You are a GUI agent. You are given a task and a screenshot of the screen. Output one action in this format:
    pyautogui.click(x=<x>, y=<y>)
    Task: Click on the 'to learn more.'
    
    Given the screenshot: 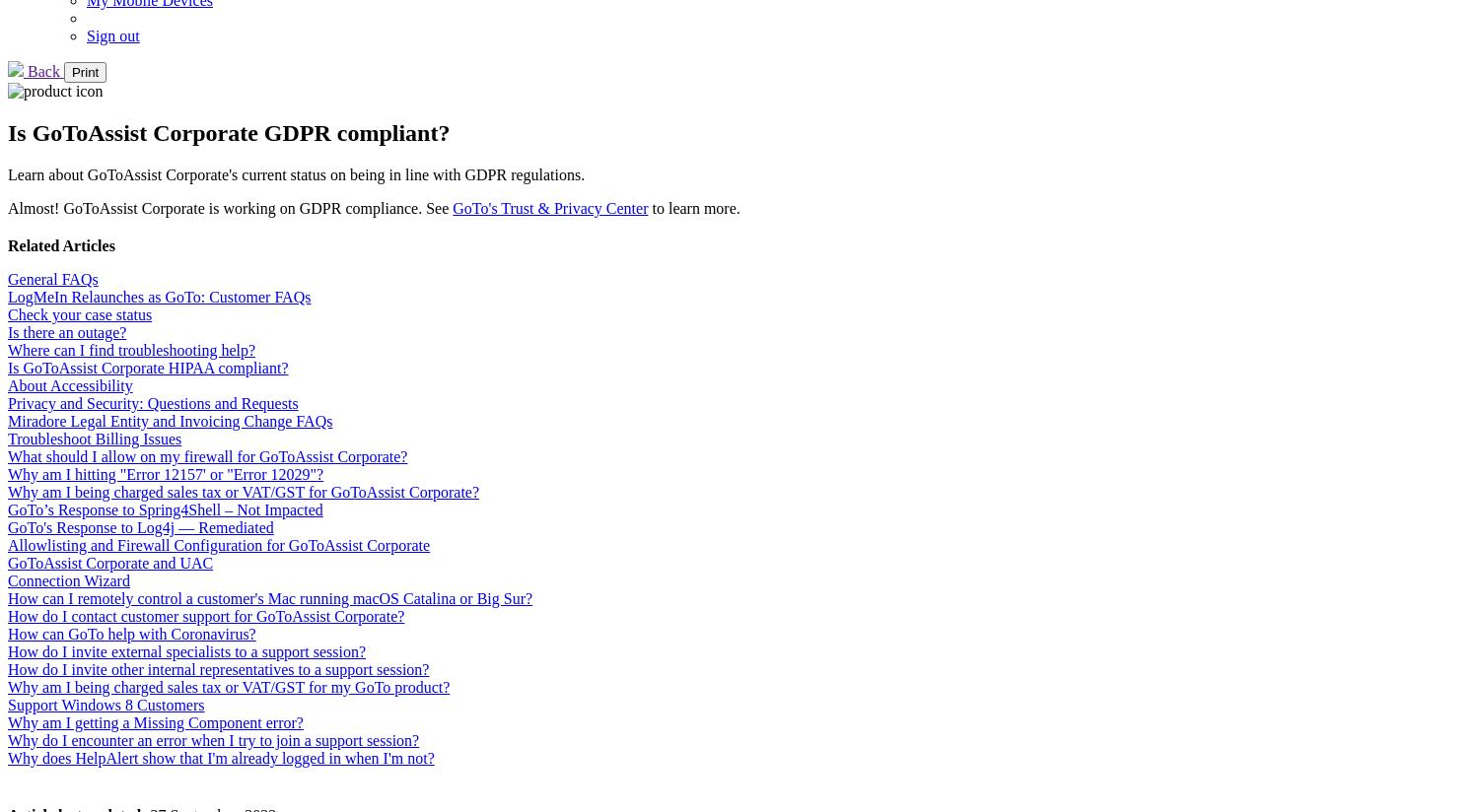 What is the action you would take?
    pyautogui.click(x=648, y=206)
    